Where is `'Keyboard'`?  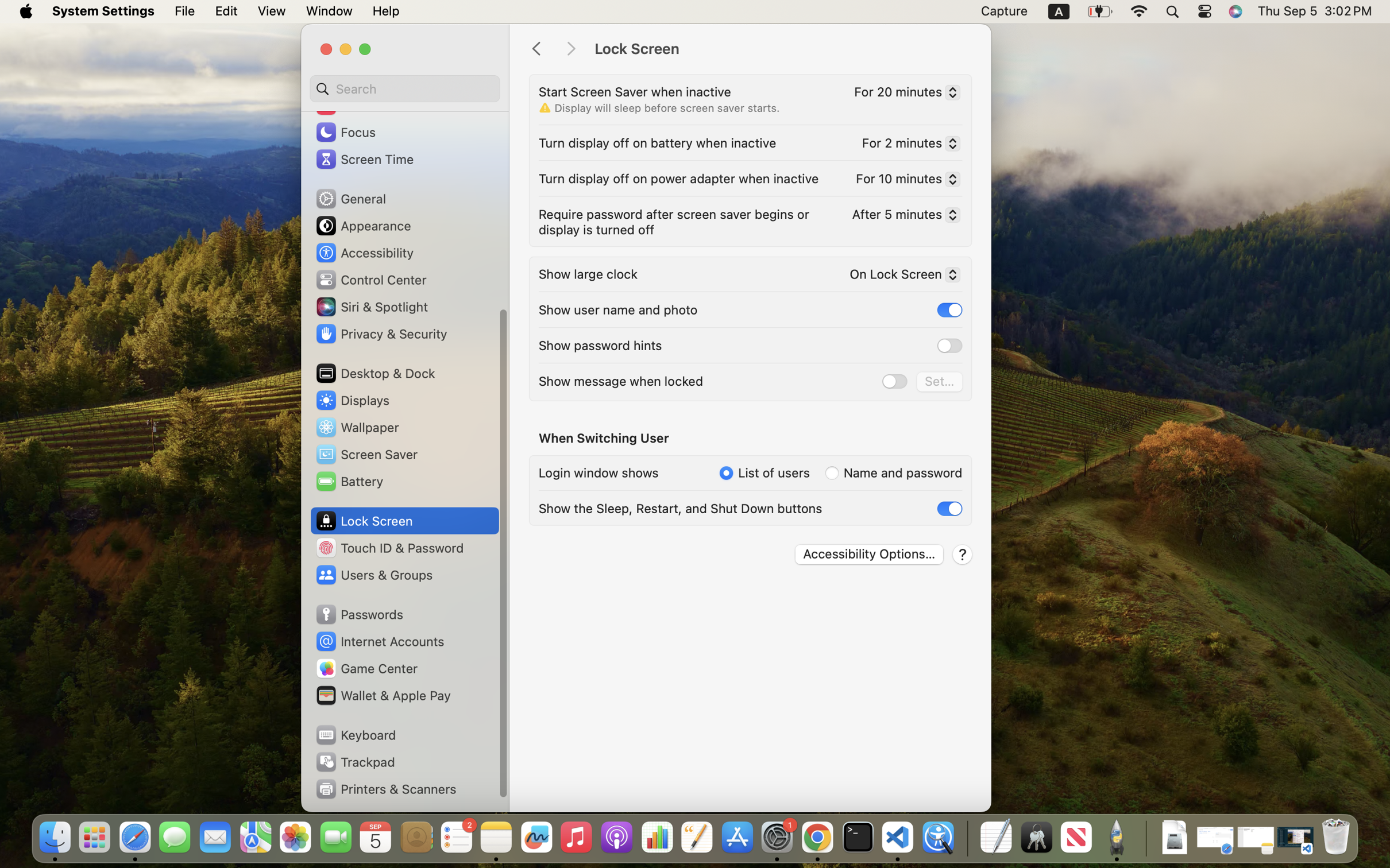
'Keyboard' is located at coordinates (355, 734).